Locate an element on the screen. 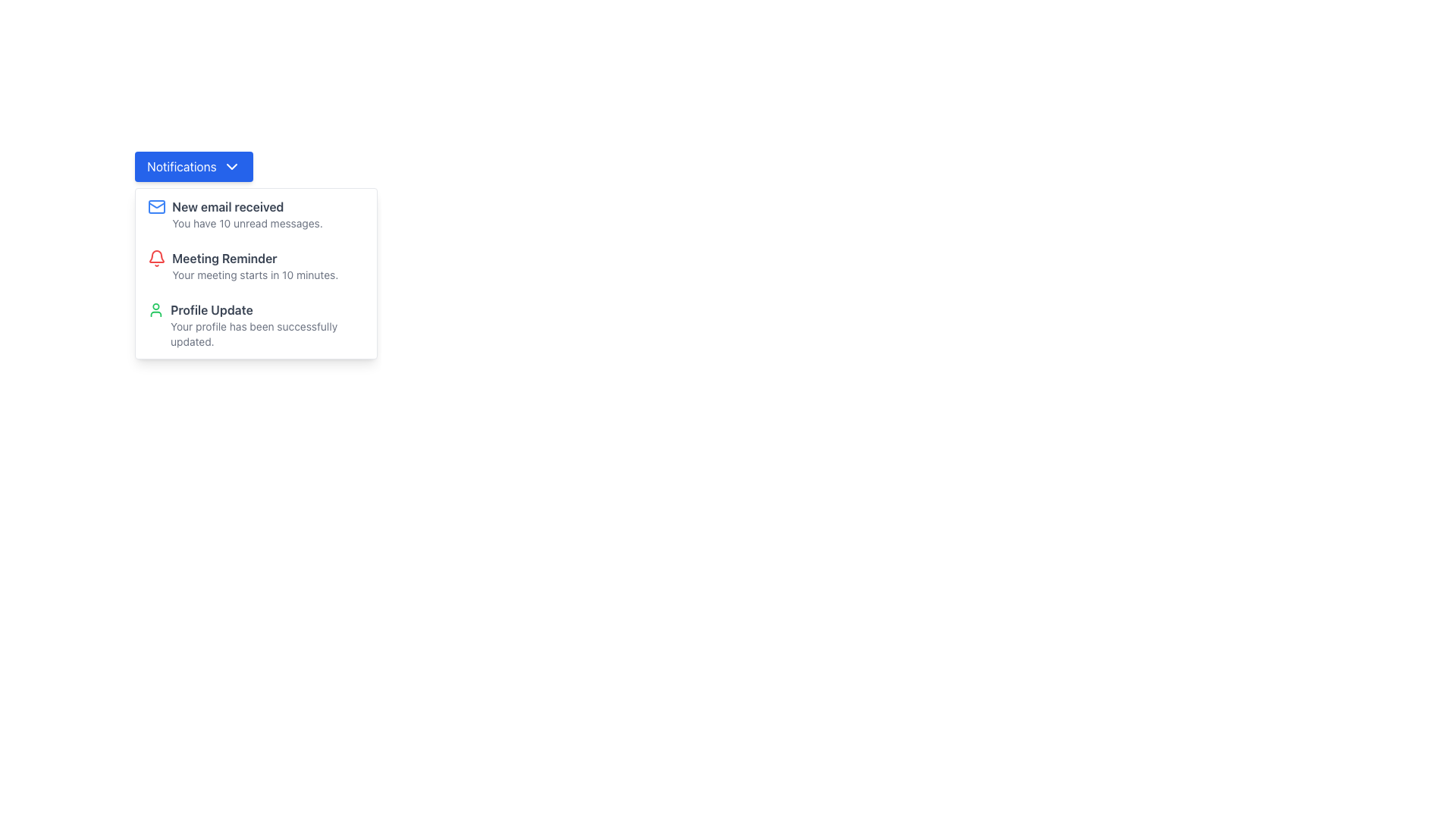  message from the text display element that shows 'Your profile has been successfully updated.' located below the 'Profile Update' title in the notification dropdown panel is located at coordinates (268, 333).